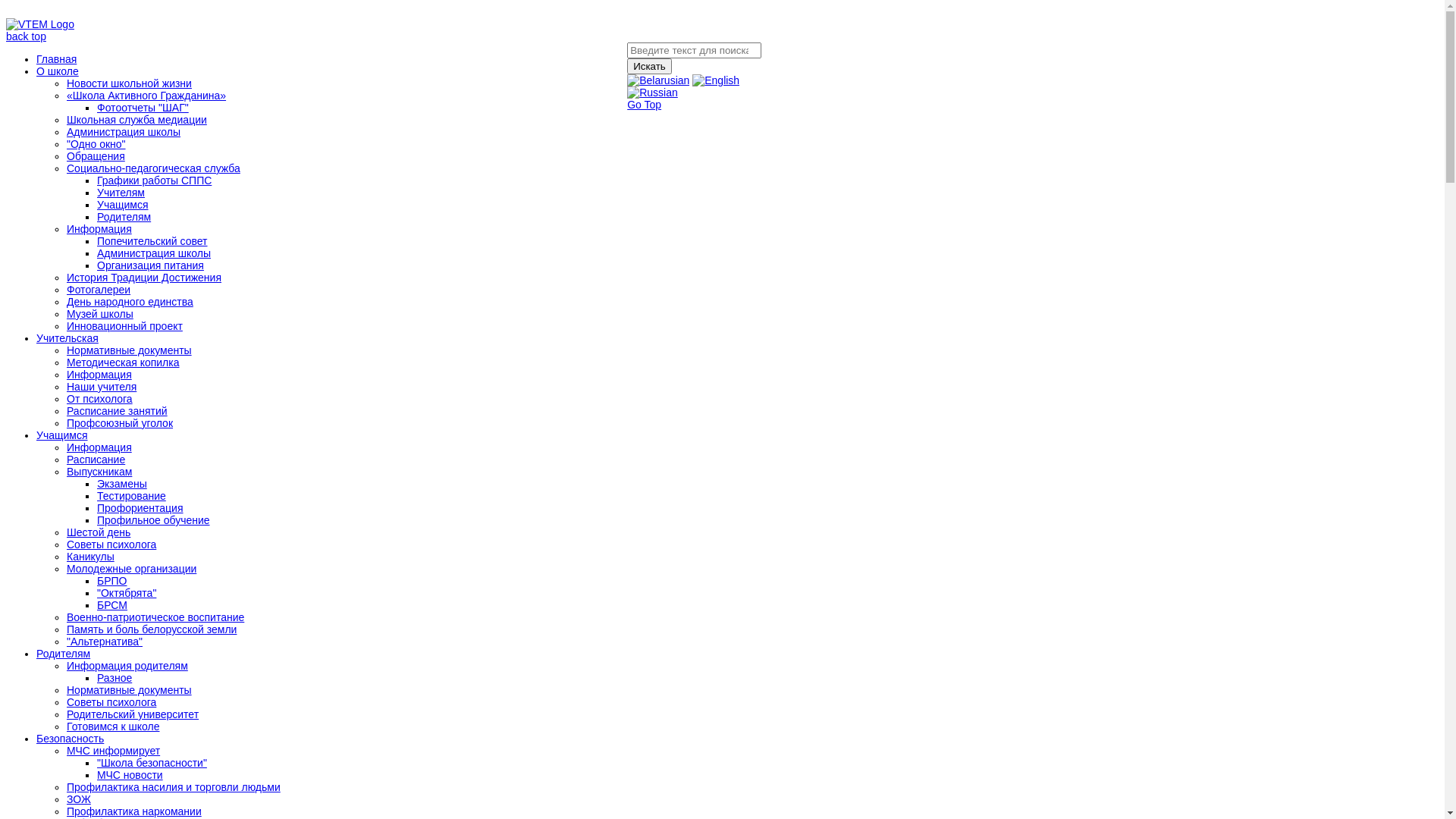 The image size is (1456, 819). I want to click on 'Russian', so click(652, 93).